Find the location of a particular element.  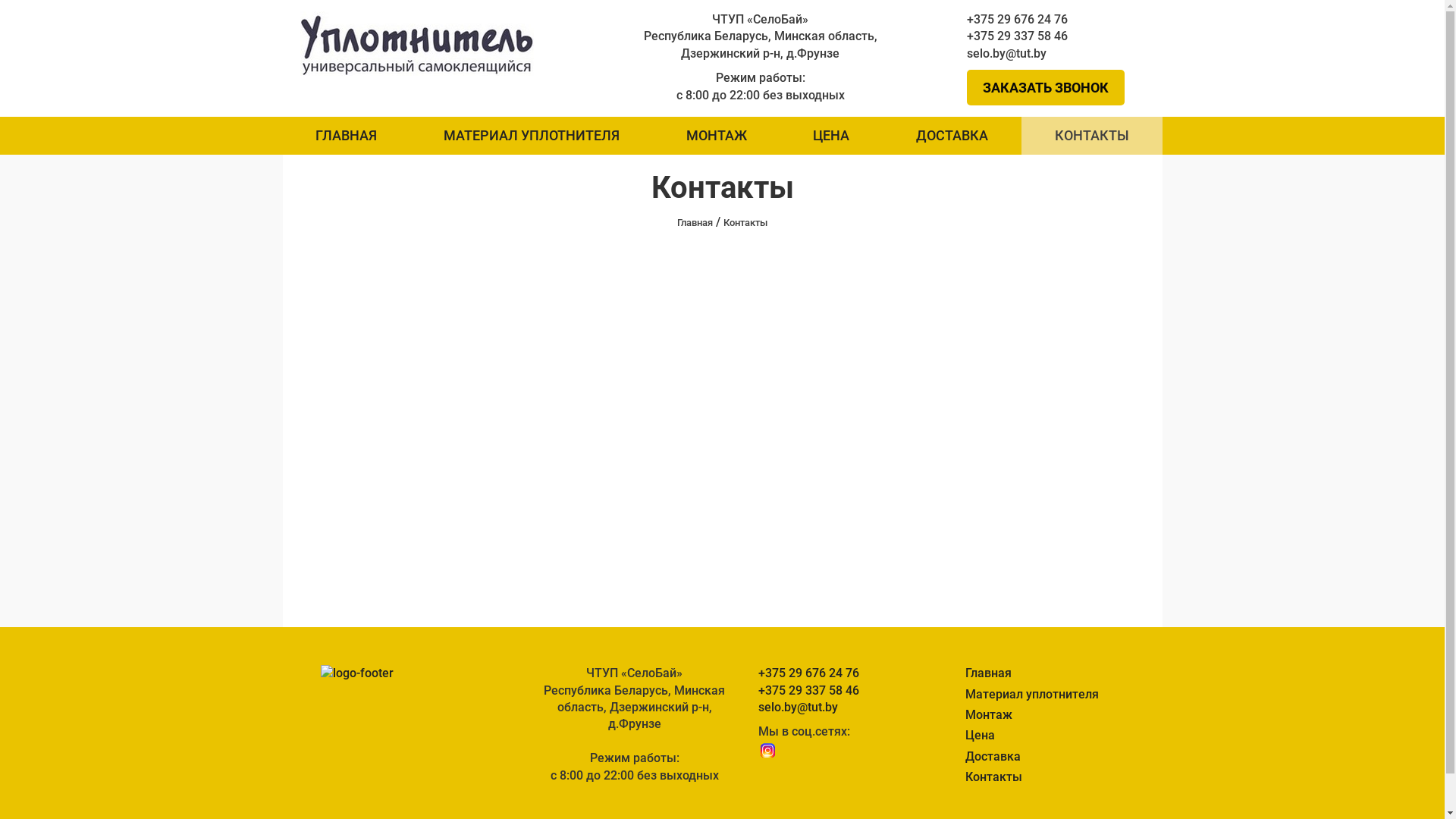

'plotno.by' is located at coordinates (417, 42).